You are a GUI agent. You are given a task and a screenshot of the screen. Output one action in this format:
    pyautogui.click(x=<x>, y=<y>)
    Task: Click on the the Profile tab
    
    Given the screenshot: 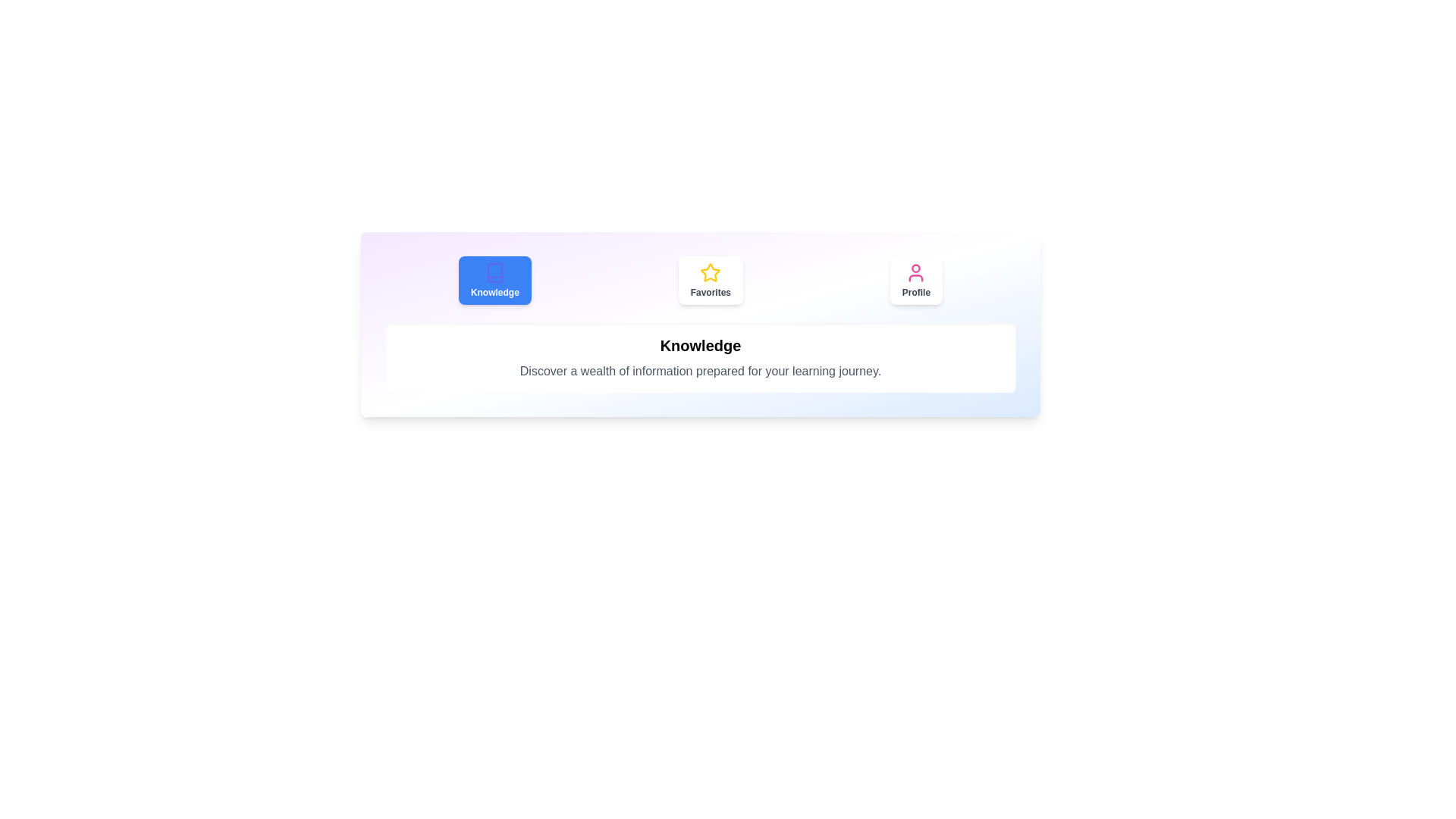 What is the action you would take?
    pyautogui.click(x=915, y=281)
    